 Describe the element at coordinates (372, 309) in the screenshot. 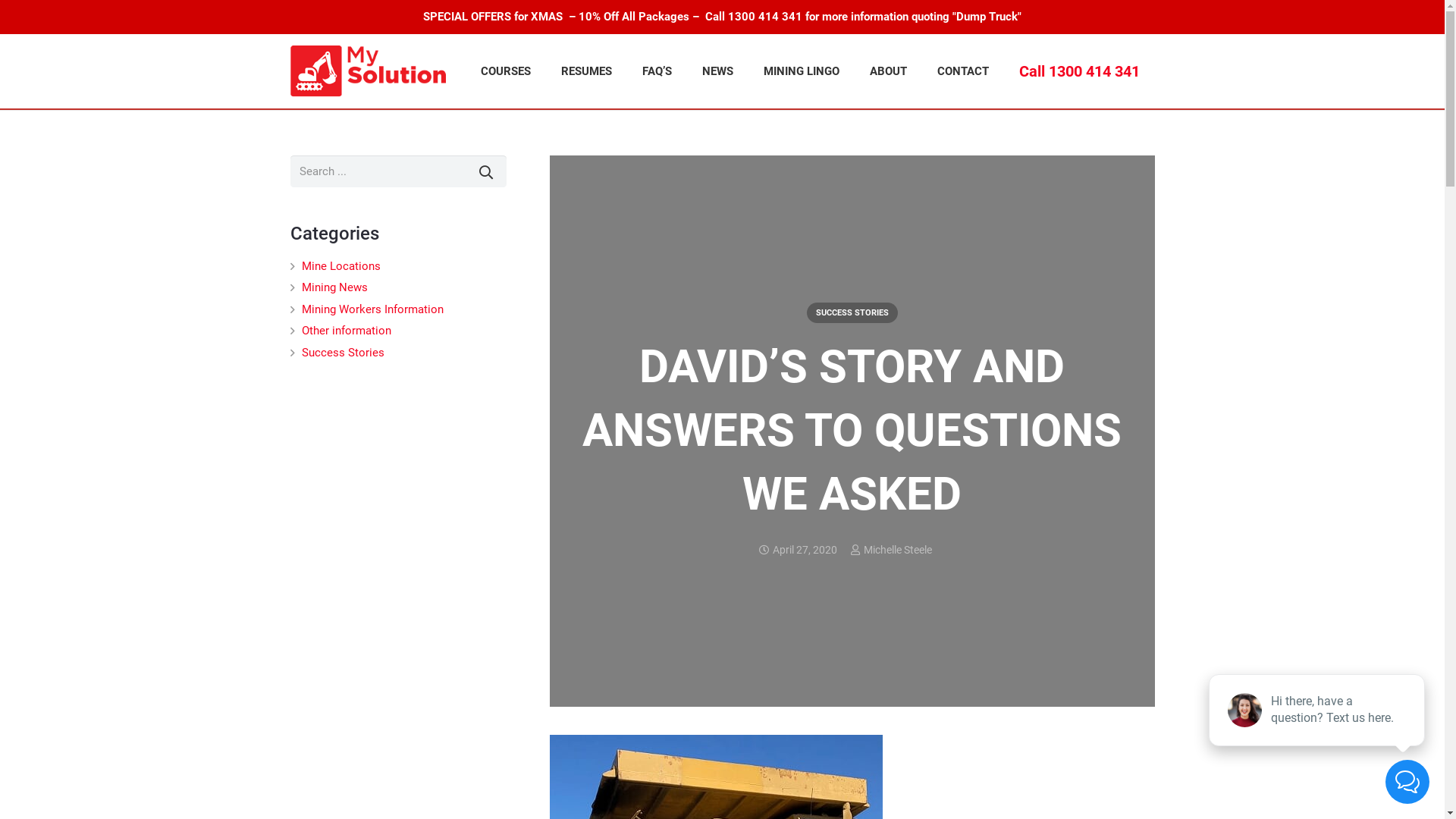

I see `'Mining Workers Information'` at that location.